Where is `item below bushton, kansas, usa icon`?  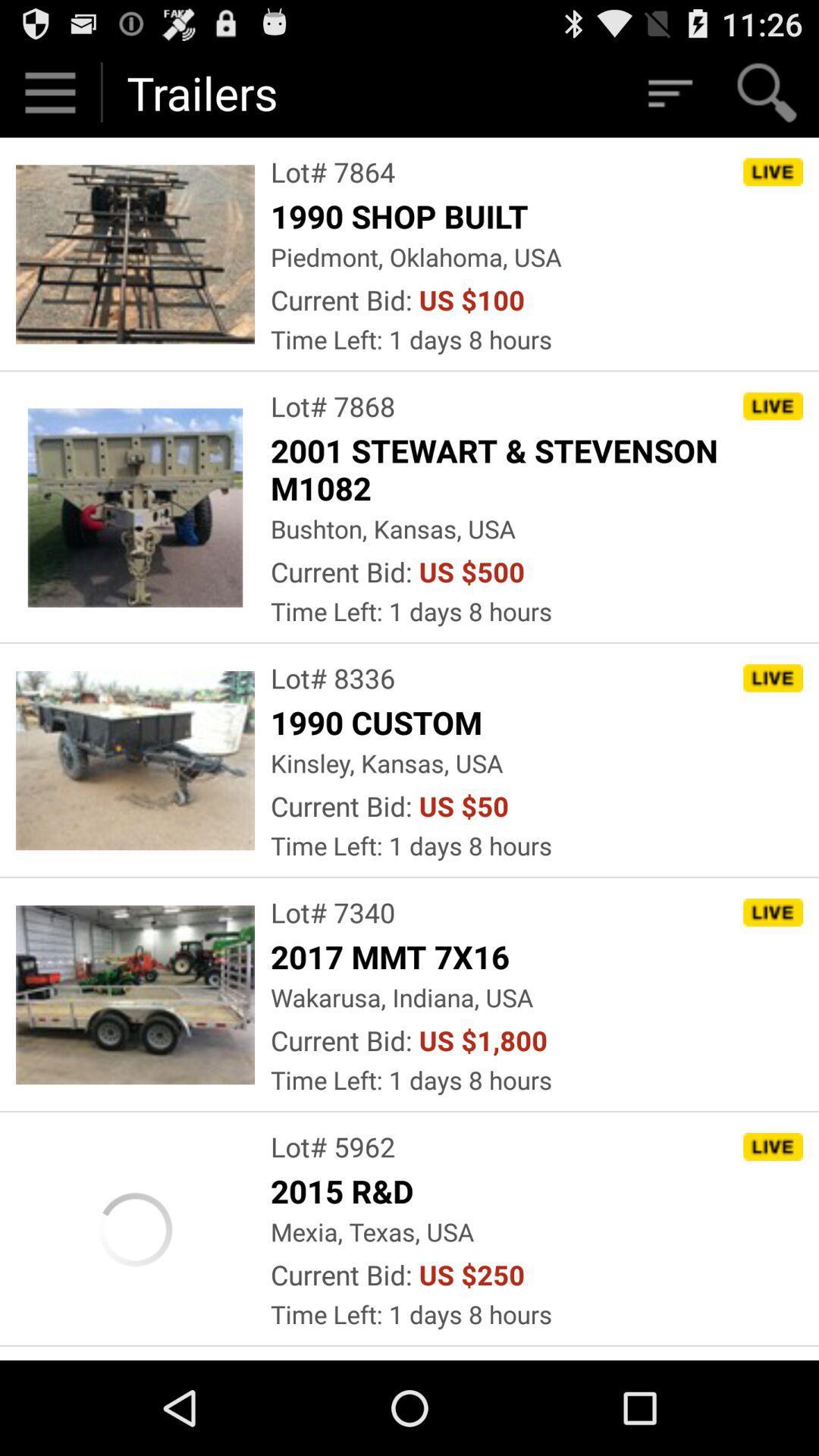
item below bushton, kansas, usa icon is located at coordinates (471, 571).